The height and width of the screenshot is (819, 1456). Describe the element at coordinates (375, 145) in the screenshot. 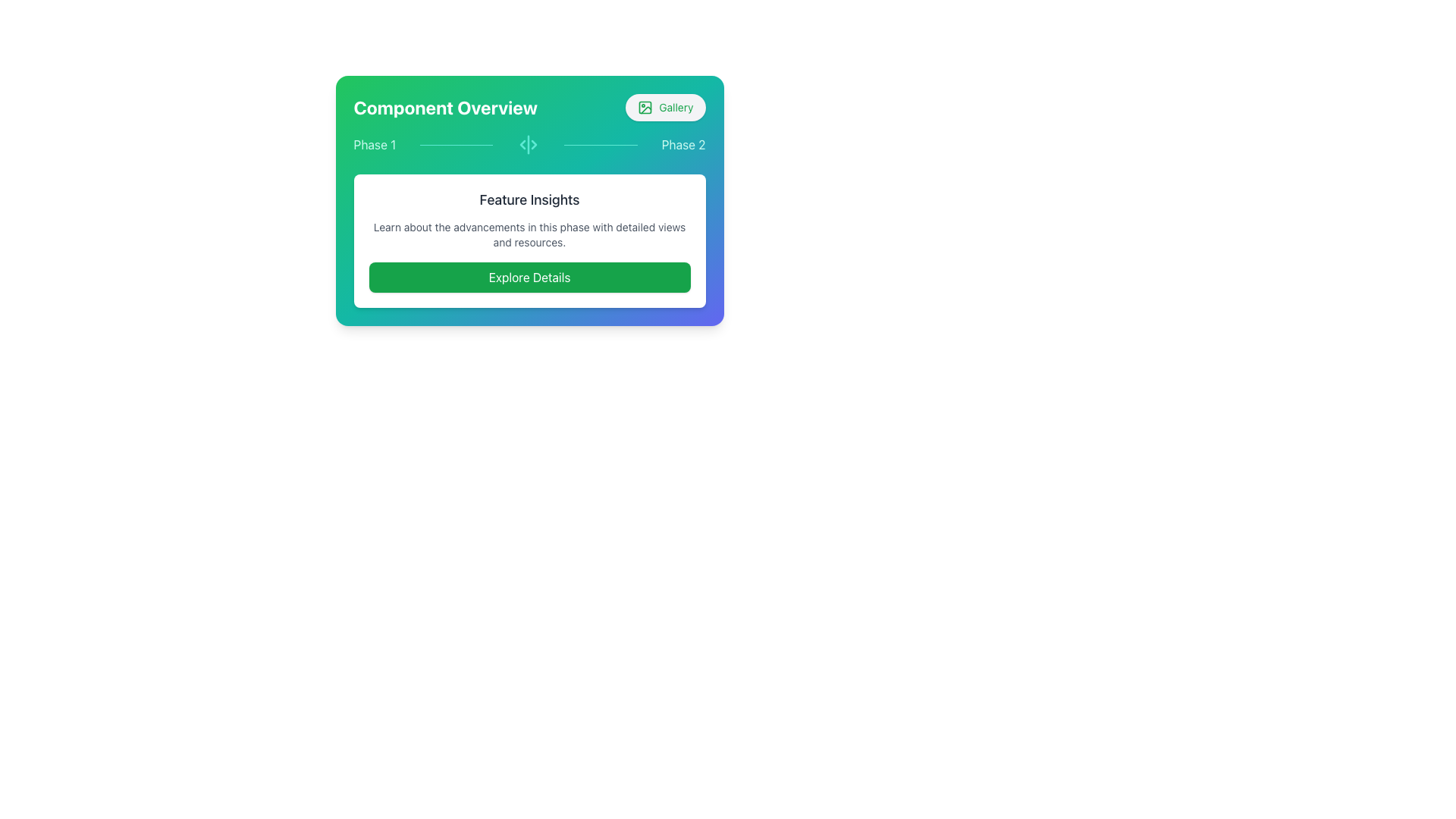

I see `the first text label that serves as a step indicator within the process selection interface` at that location.